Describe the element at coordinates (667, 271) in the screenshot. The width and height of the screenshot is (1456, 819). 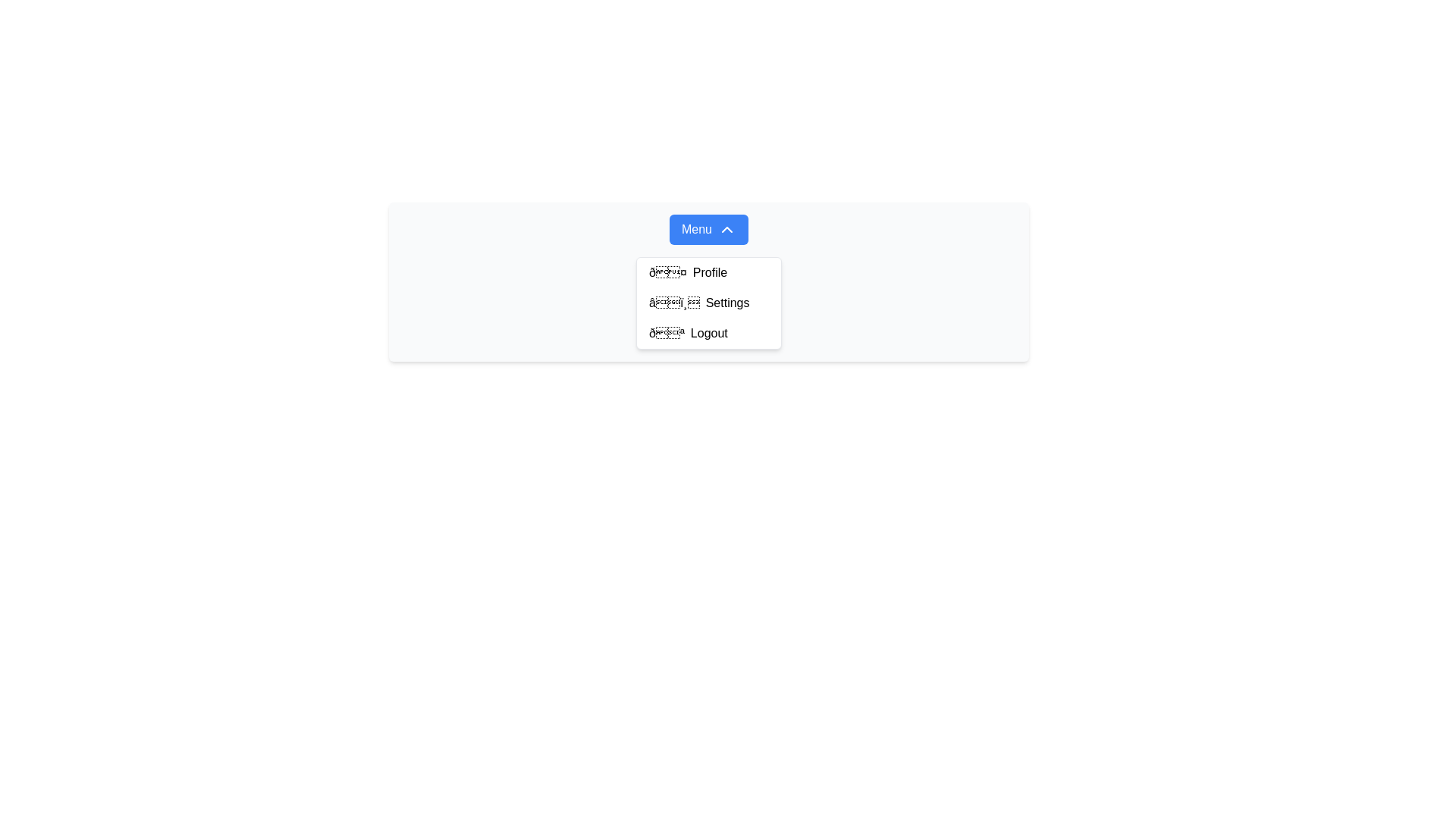
I see `the 'Profile' icon located in the dropdown menu labeled 'Menu', which is positioned to the immediate left of the text 'Profile'` at that location.